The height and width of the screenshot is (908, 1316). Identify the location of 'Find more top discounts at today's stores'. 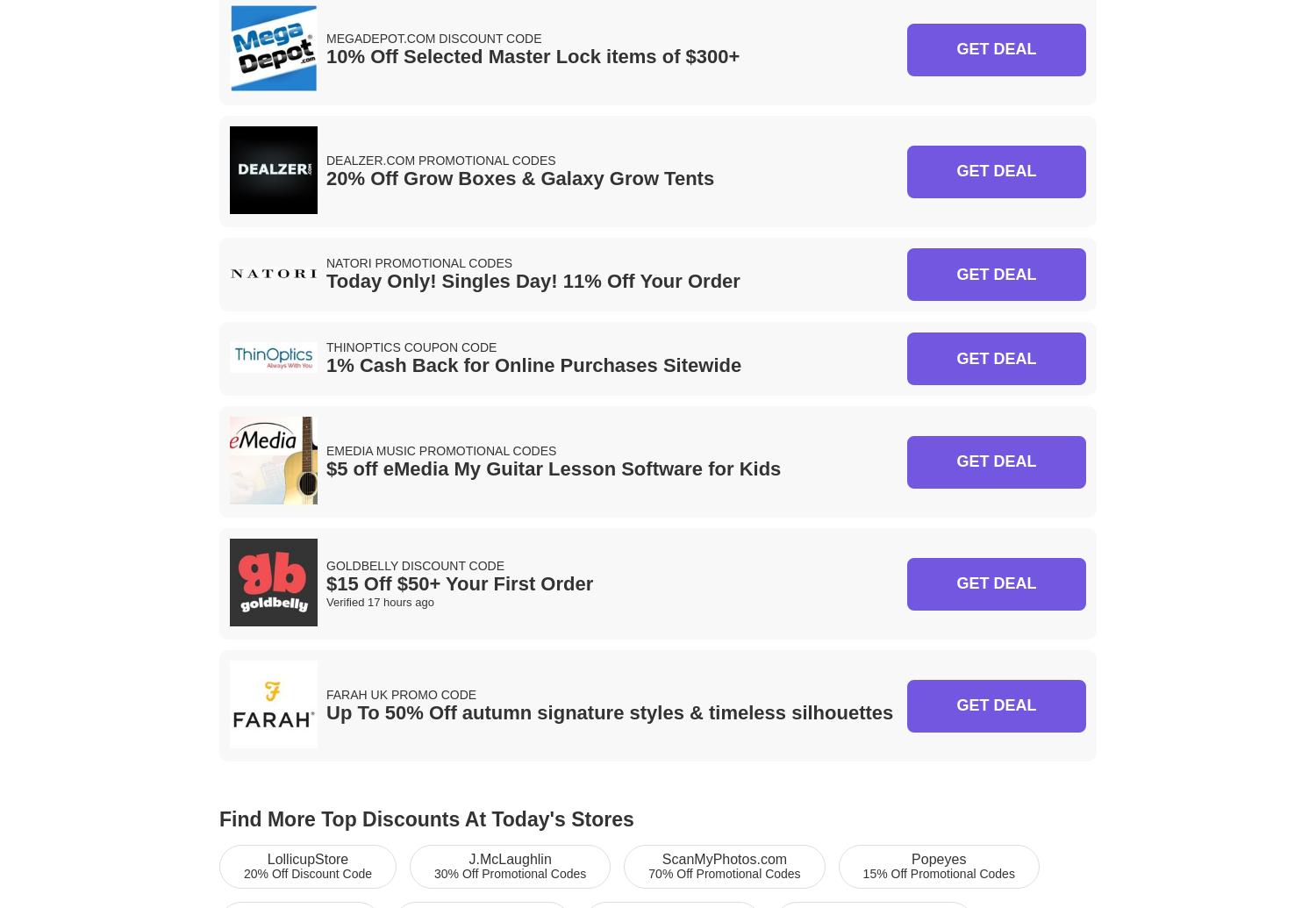
(426, 818).